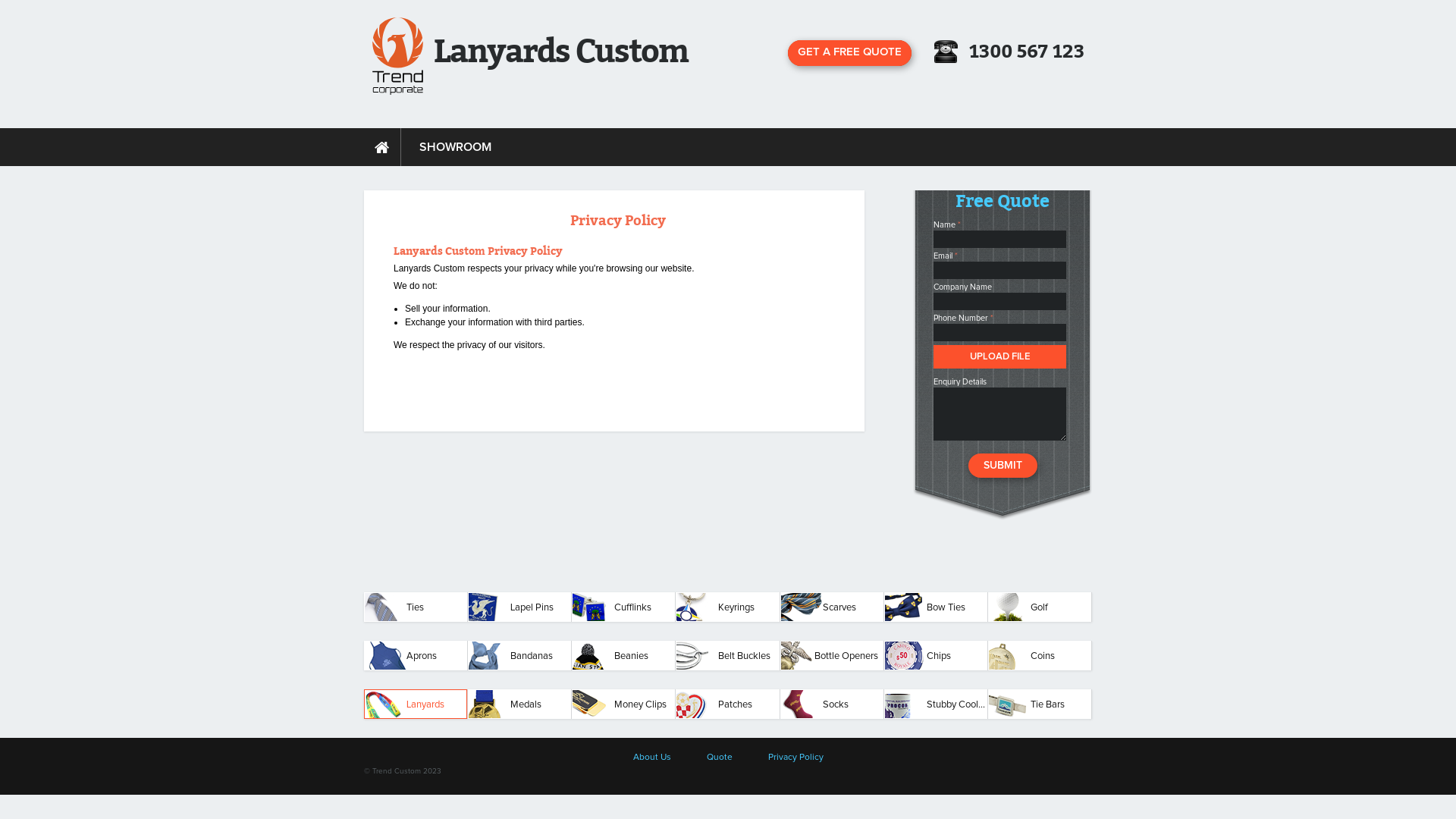 This screenshot has width=1456, height=819. I want to click on 'Quote', so click(719, 758).